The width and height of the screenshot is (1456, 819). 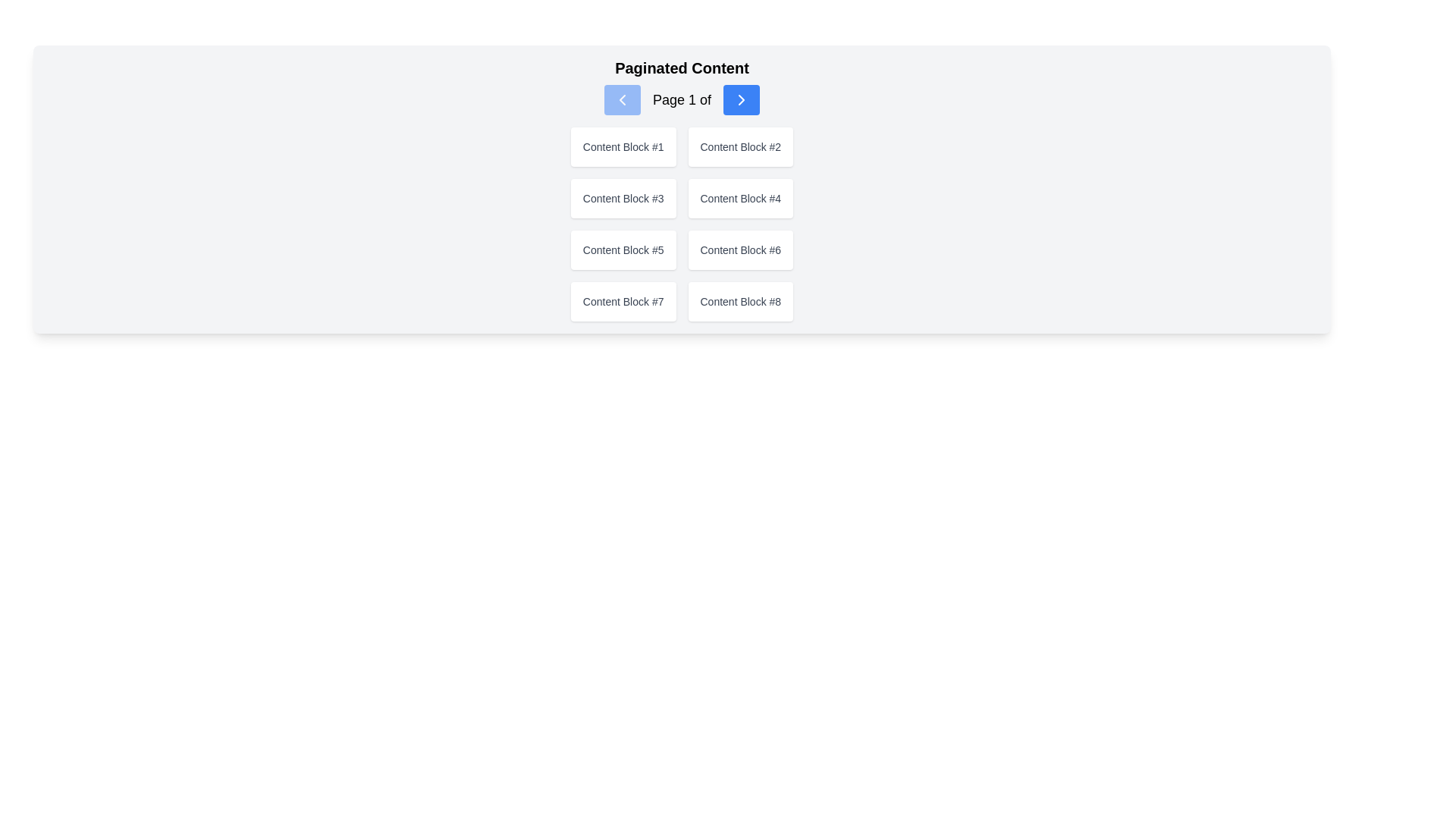 What do you see at coordinates (742, 99) in the screenshot?
I see `the rightward-pointing chevron icon, which is white inside a blue circular background` at bounding box center [742, 99].